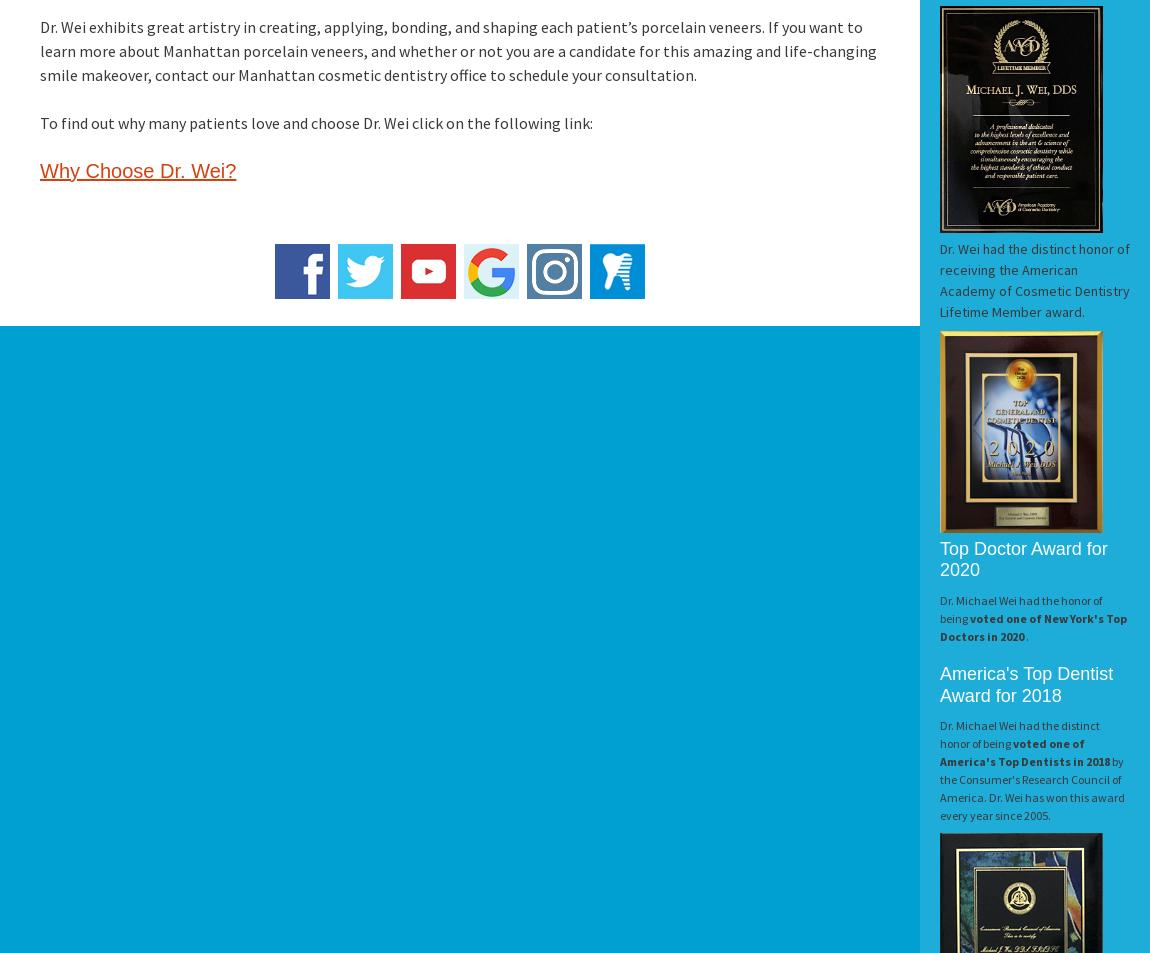 The width and height of the screenshot is (1150, 953). I want to click on '.', so click(1026, 635).